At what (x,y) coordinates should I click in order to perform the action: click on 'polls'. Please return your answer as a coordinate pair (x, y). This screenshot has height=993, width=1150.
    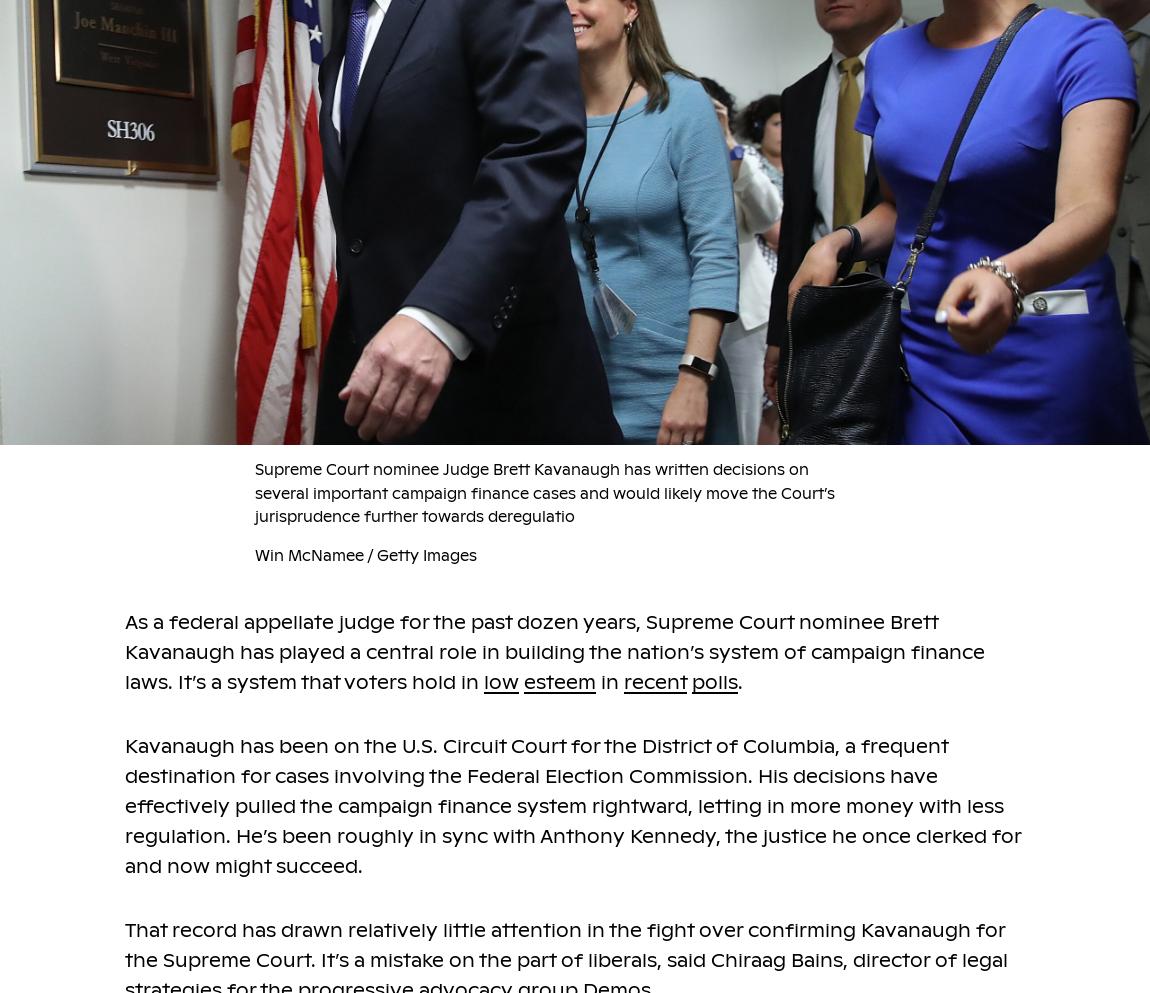
    Looking at the image, I should click on (713, 682).